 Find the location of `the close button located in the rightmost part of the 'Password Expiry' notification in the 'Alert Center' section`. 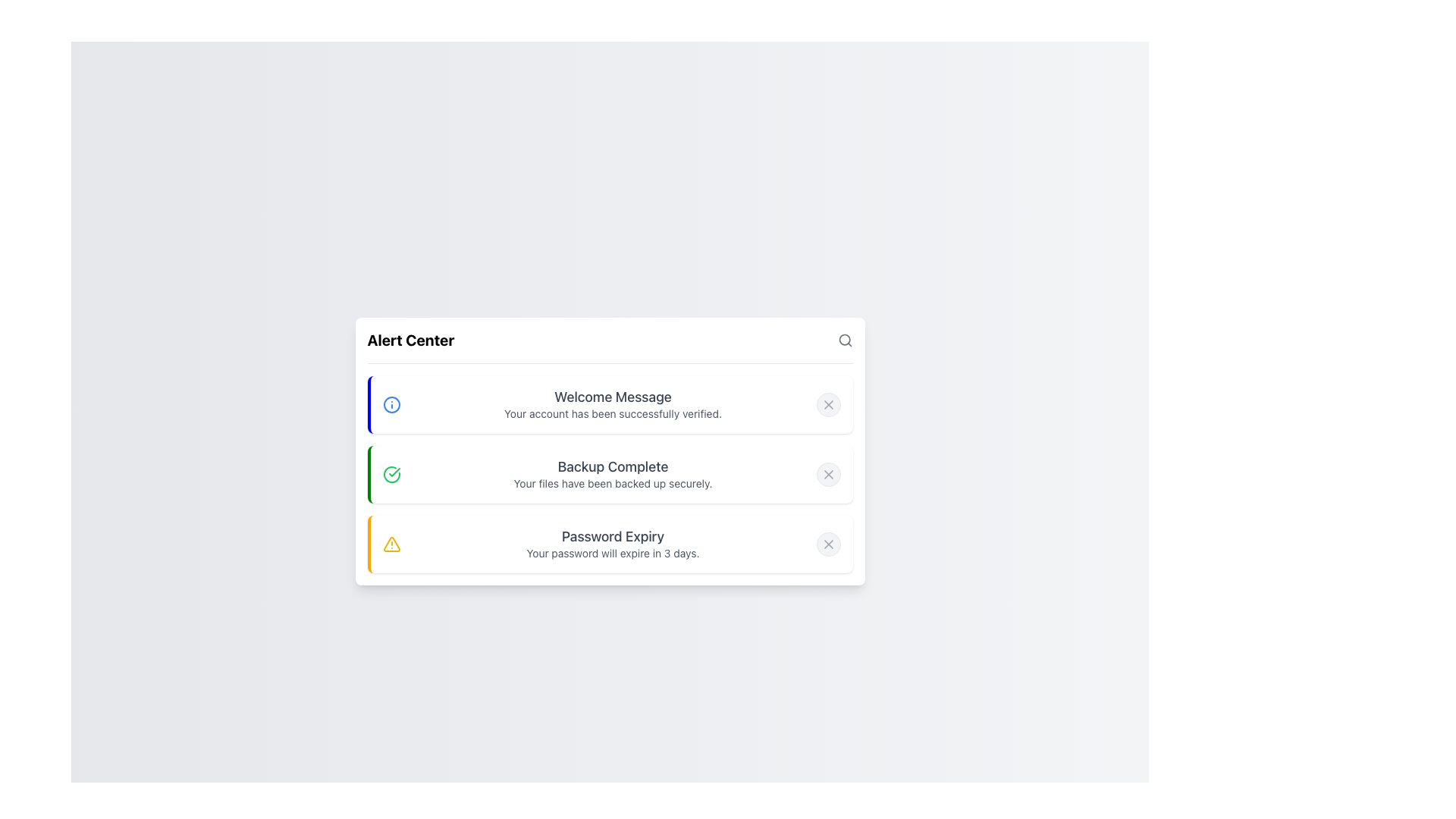

the close button located in the rightmost part of the 'Password Expiry' notification in the 'Alert Center' section is located at coordinates (827, 543).